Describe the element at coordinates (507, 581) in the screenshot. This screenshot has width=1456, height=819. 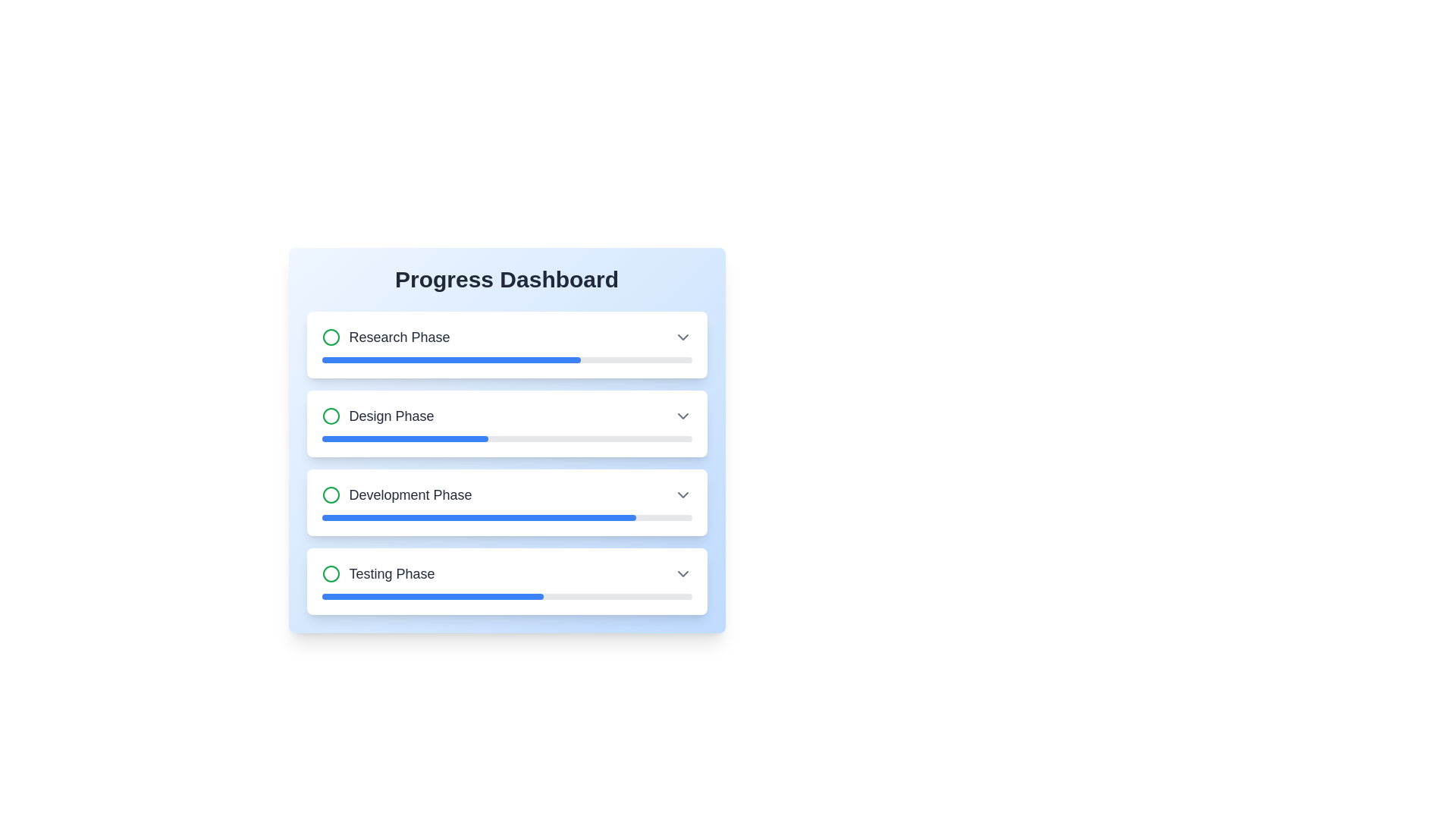
I see `the 'Testing Phase' card in the 'Progress Dashboard'` at that location.